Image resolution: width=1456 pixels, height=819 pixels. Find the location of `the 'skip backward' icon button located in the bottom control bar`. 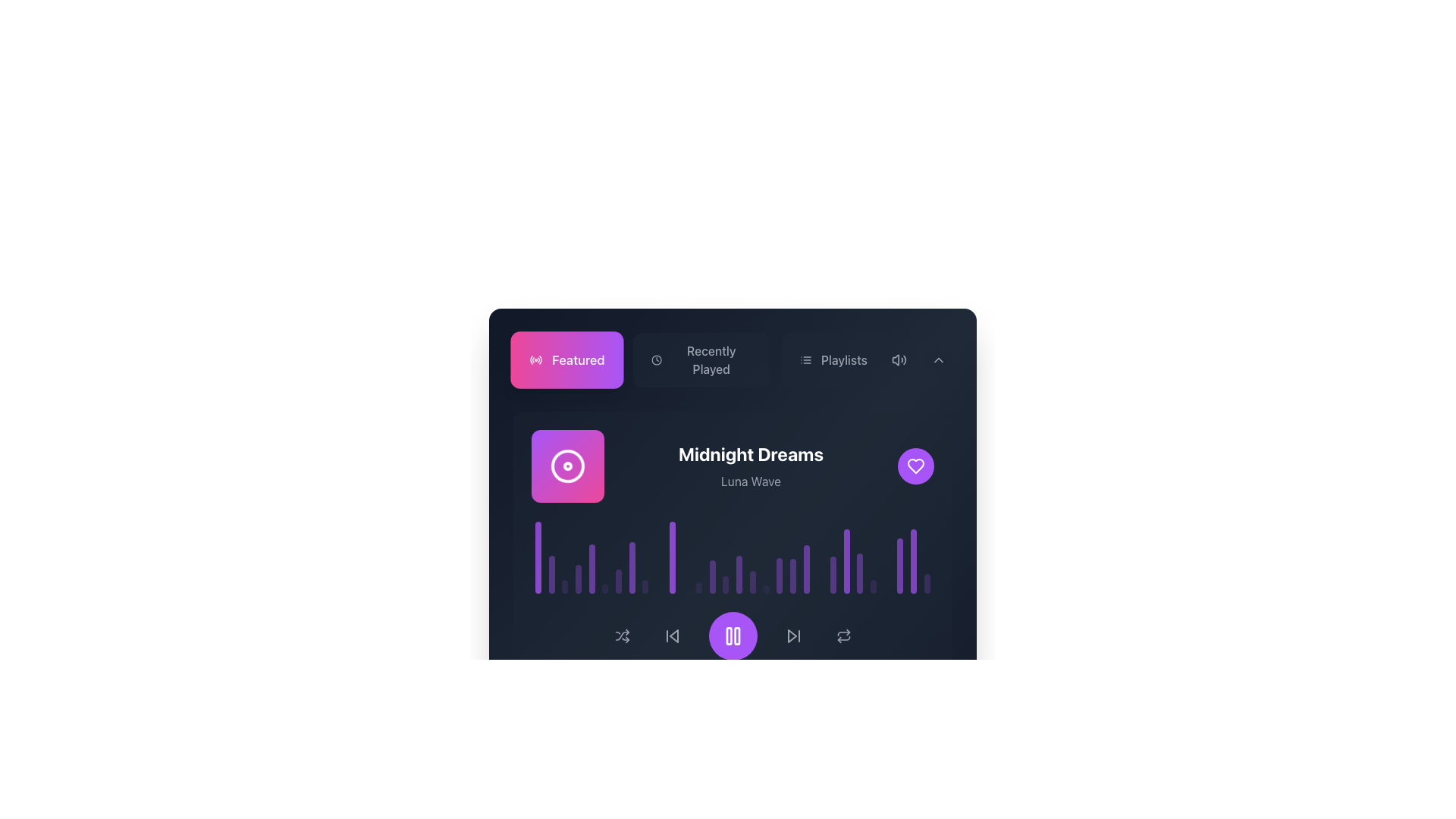

the 'skip backward' icon button located in the bottom control bar is located at coordinates (671, 636).